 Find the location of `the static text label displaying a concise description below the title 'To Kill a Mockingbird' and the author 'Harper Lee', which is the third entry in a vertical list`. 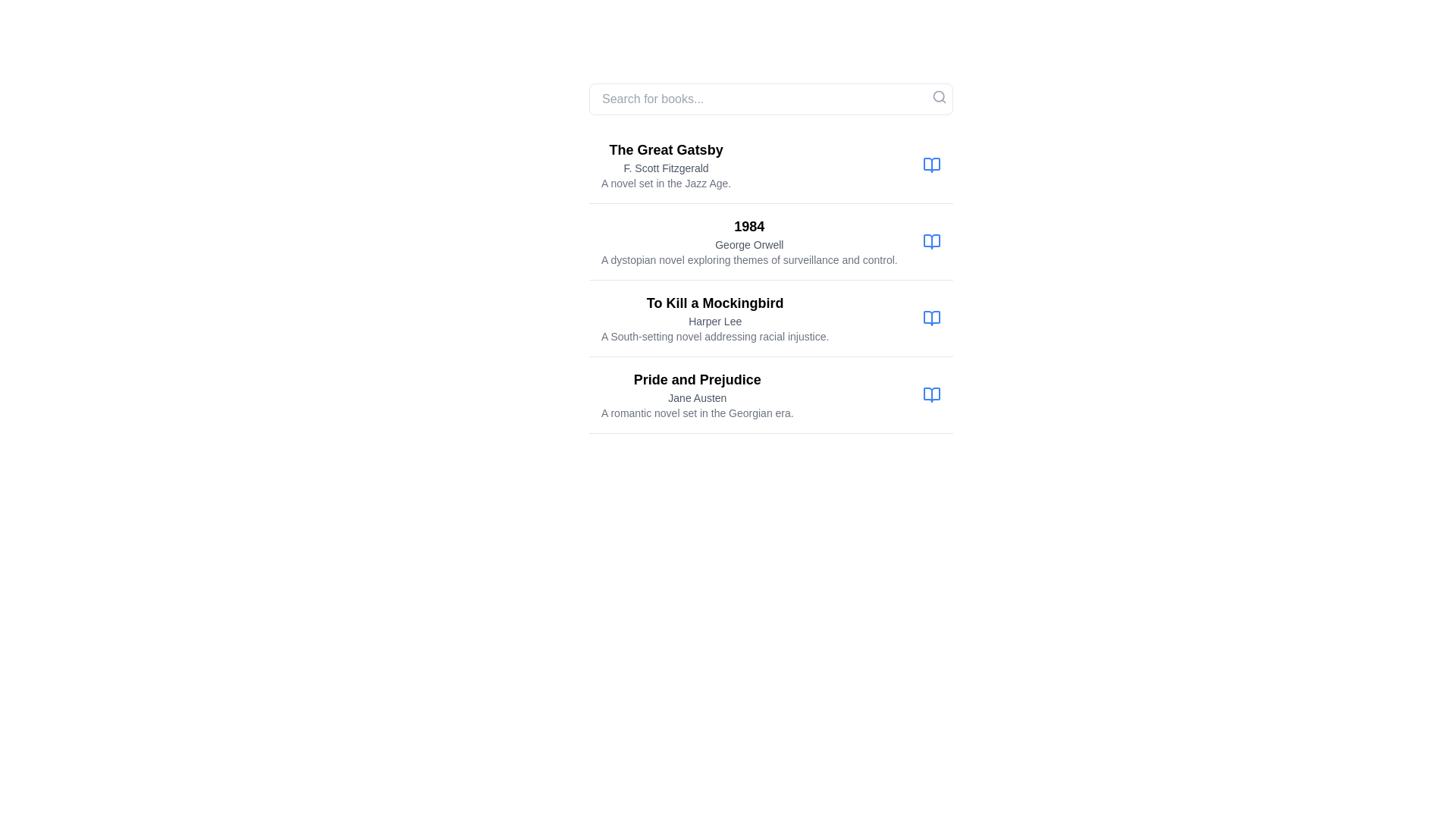

the static text label displaying a concise description below the title 'To Kill a Mockingbird' and the author 'Harper Lee', which is the third entry in a vertical list is located at coordinates (714, 335).